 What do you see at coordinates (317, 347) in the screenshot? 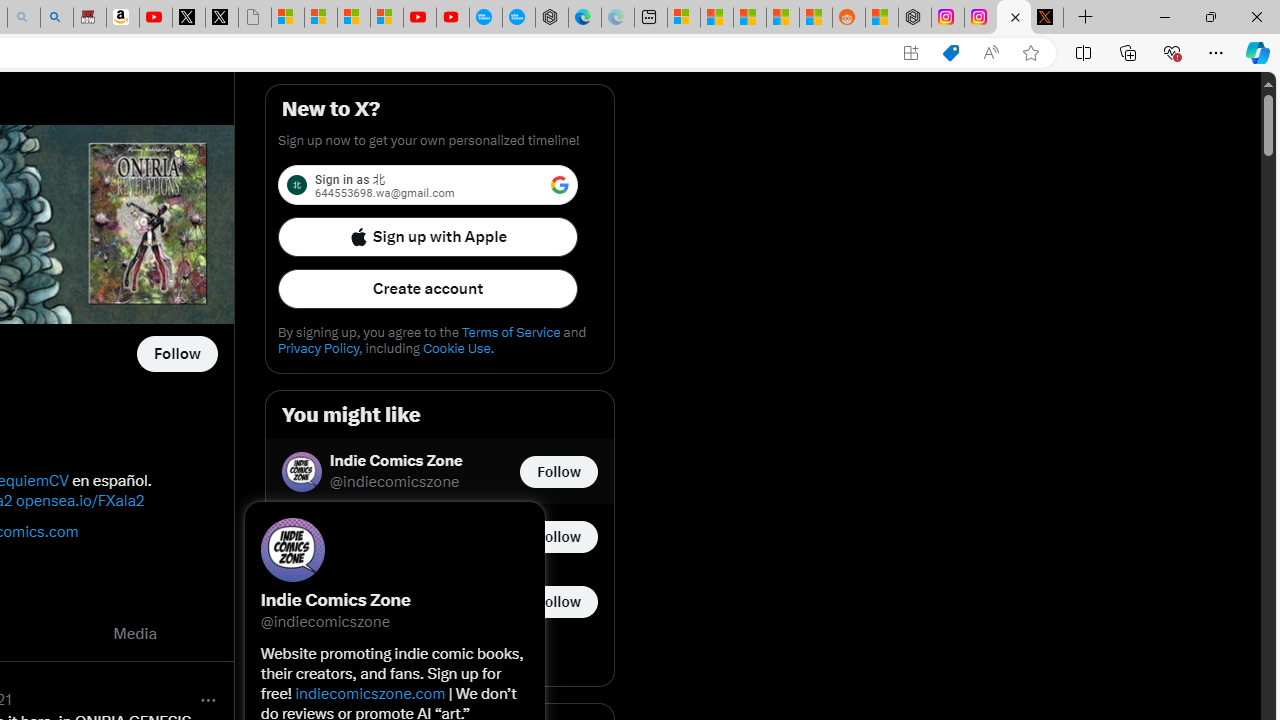
I see `'Privacy Policy'` at bounding box center [317, 347].